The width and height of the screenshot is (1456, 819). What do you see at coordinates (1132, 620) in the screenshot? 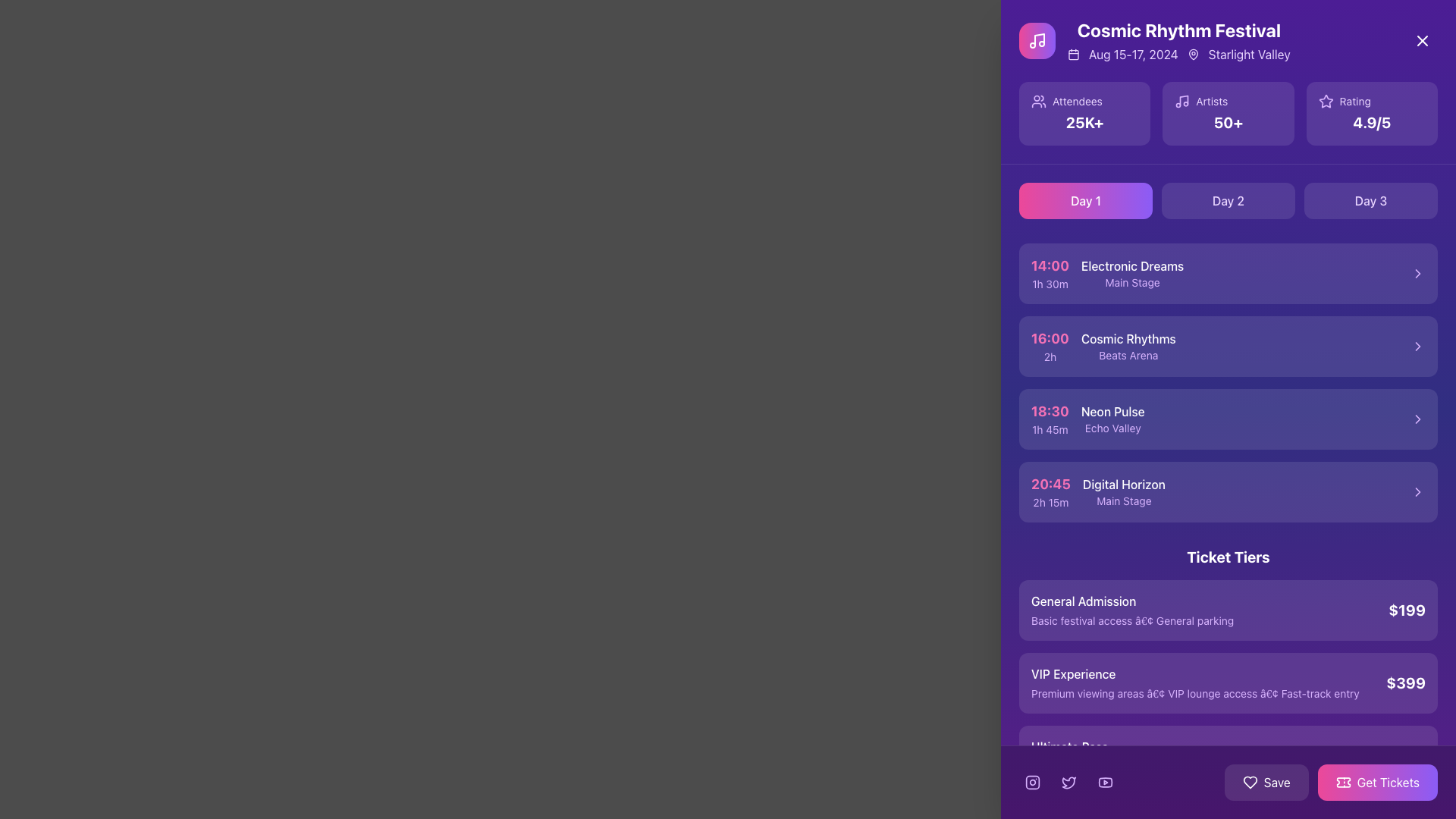
I see `the text element displaying 'Basic festival access • General parking' located in the 'Ticket Tiers' section, directly below the 'General Admission' heading` at bounding box center [1132, 620].